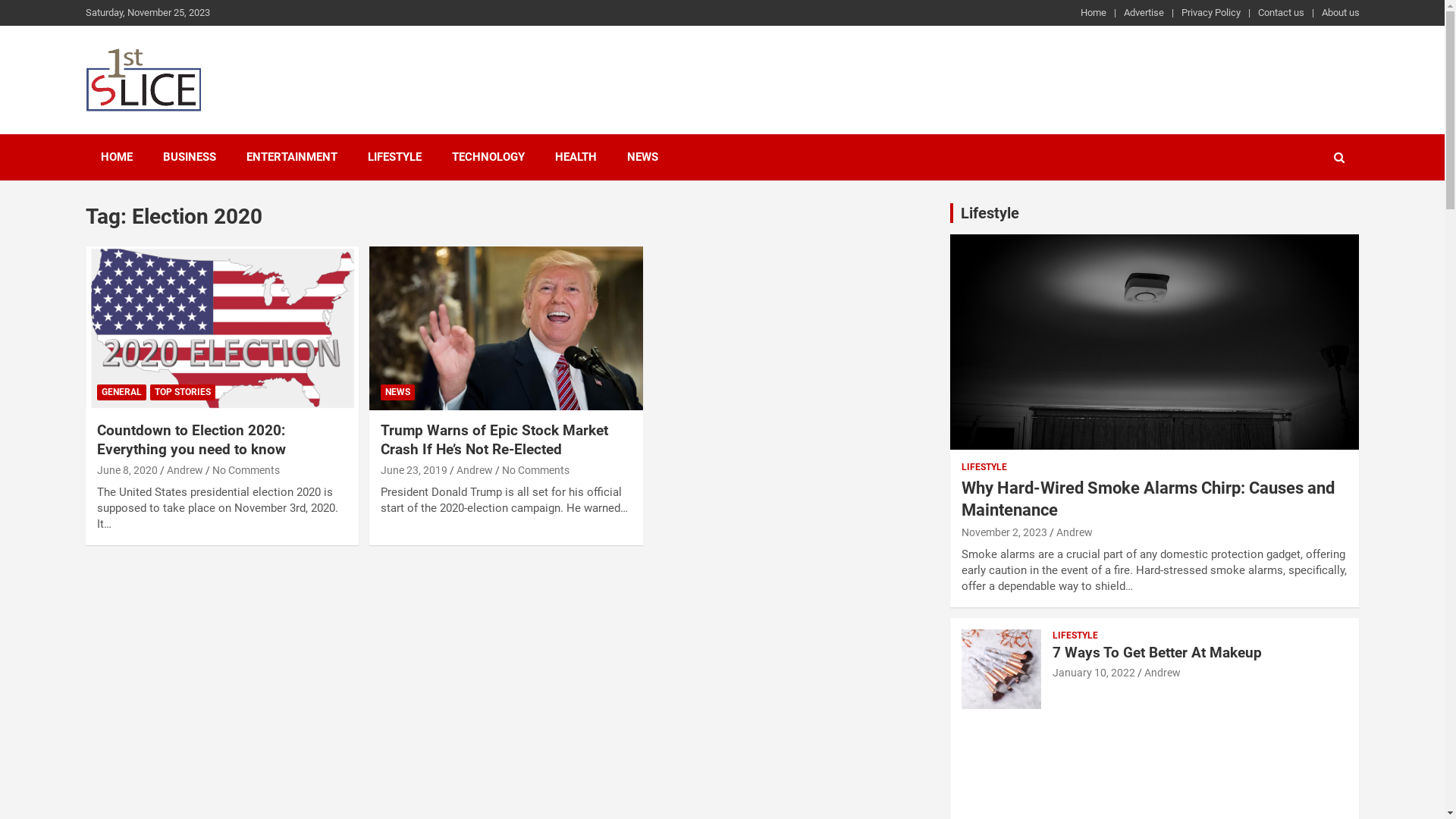 The image size is (1456, 819). Describe the element at coordinates (96, 469) in the screenshot. I see `'June 8, 2020'` at that location.